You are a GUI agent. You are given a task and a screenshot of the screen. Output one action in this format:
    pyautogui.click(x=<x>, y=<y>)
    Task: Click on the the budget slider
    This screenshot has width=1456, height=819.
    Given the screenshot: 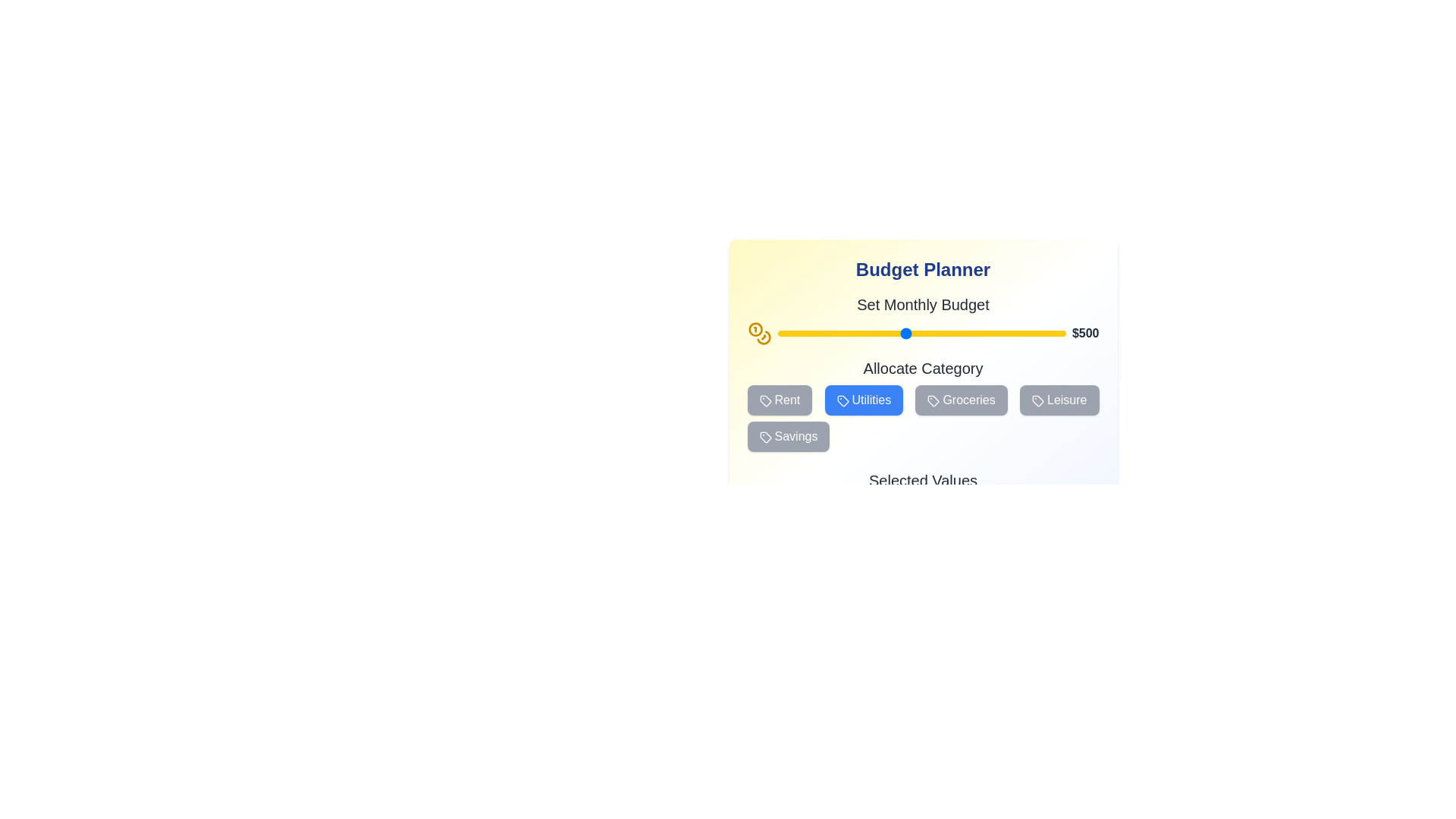 What is the action you would take?
    pyautogui.click(x=1043, y=332)
    